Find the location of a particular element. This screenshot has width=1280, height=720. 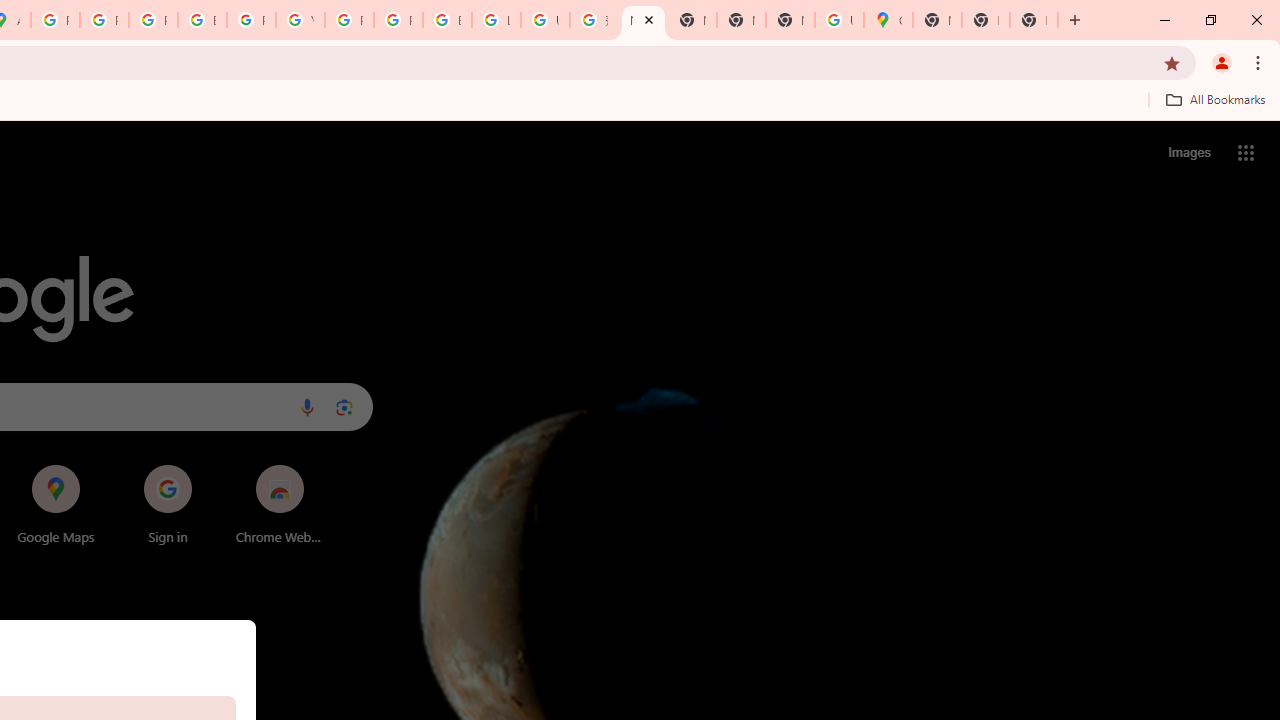

'New Tab' is located at coordinates (936, 20).